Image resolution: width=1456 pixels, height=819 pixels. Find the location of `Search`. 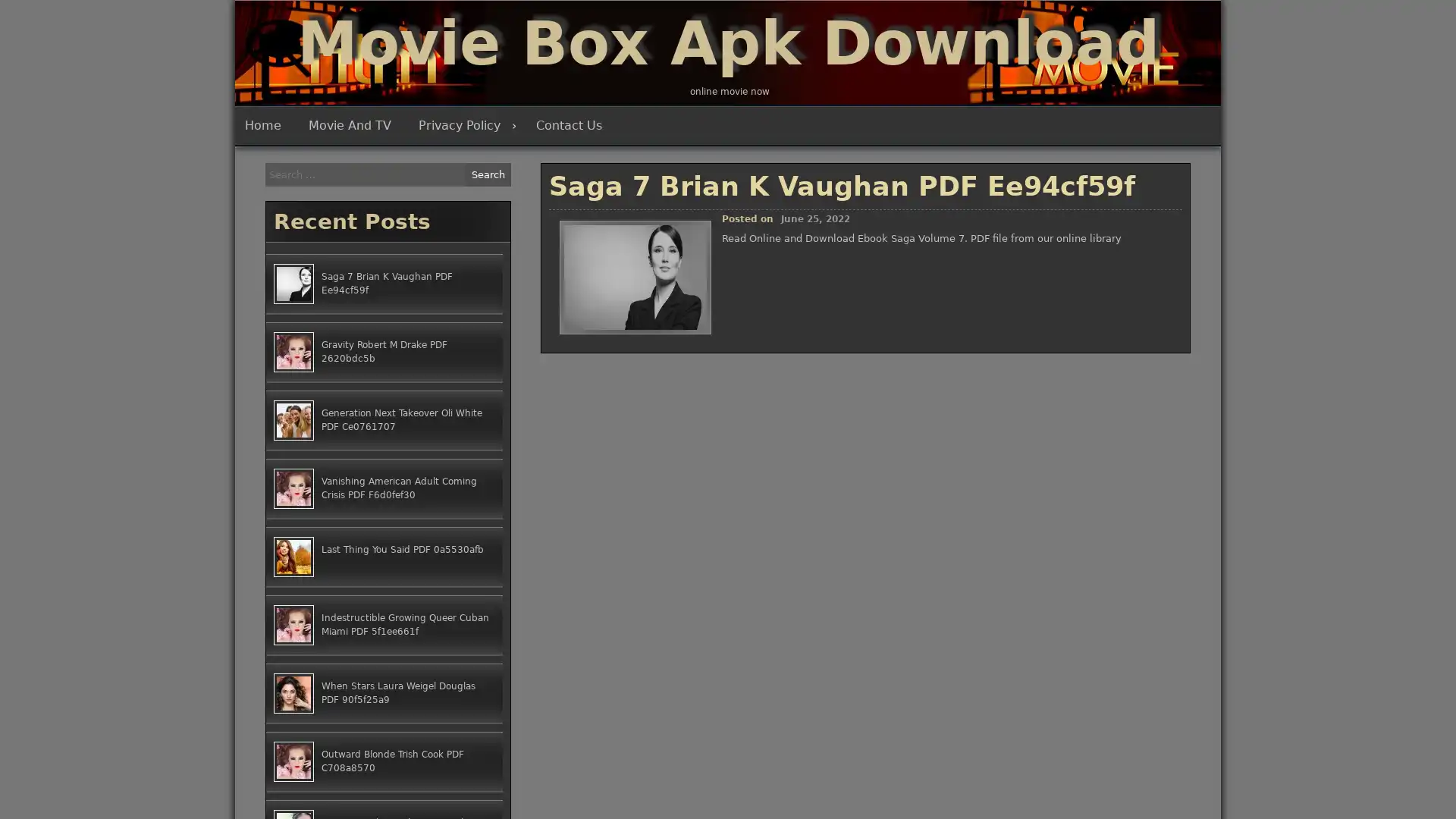

Search is located at coordinates (488, 174).